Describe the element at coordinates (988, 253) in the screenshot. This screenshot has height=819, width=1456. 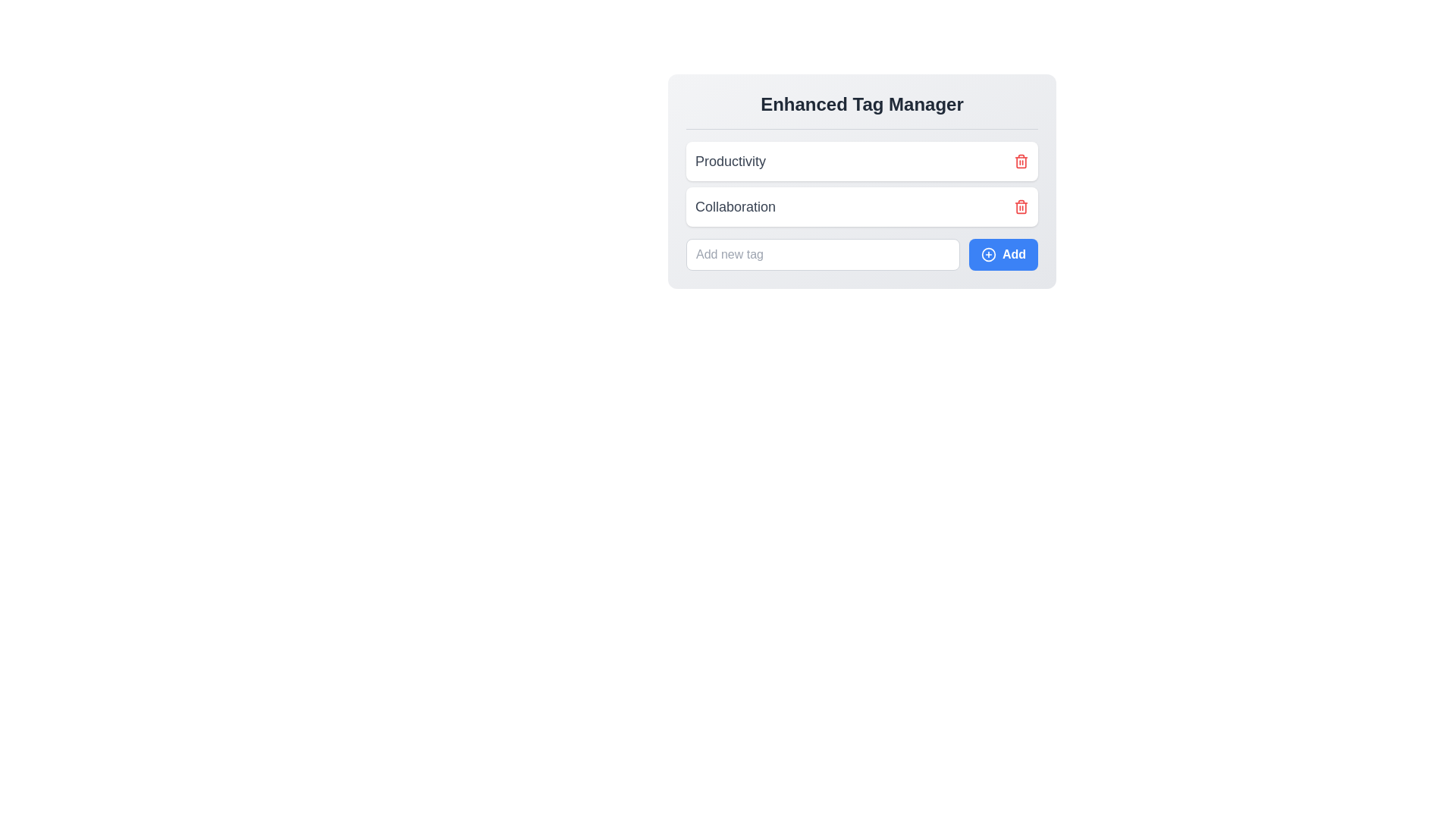
I see `the decorative SVG circle element that indicates an action related to adding or creating something, located between the 'Add new tag' input field and the 'Add' button` at that location.